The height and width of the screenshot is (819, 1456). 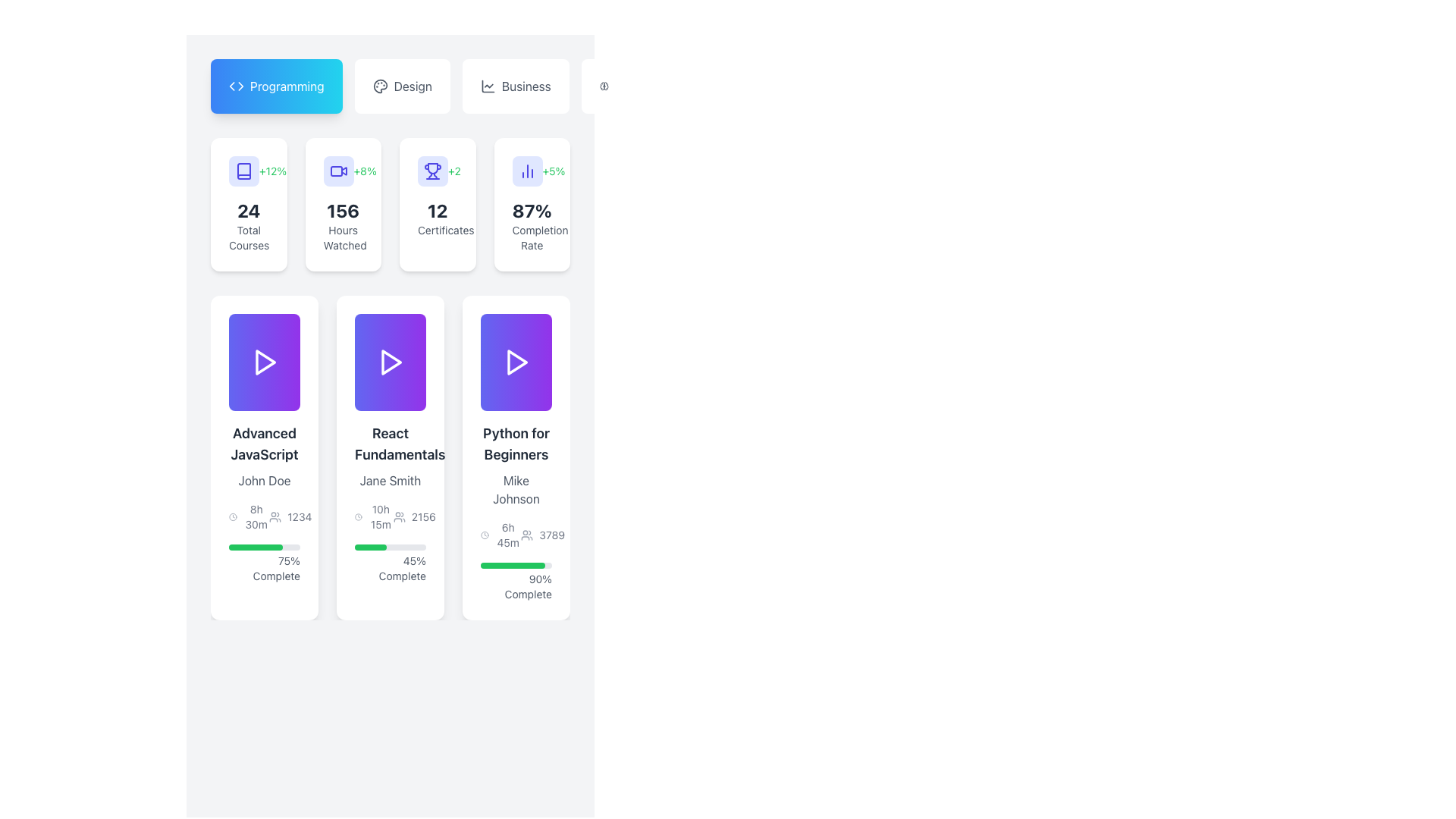 I want to click on the duration of the course displayed in the text label with icon located below the title 'Python for Beginners' and instructor name 'Mike Johnson' on the third course card, so click(x=500, y=534).